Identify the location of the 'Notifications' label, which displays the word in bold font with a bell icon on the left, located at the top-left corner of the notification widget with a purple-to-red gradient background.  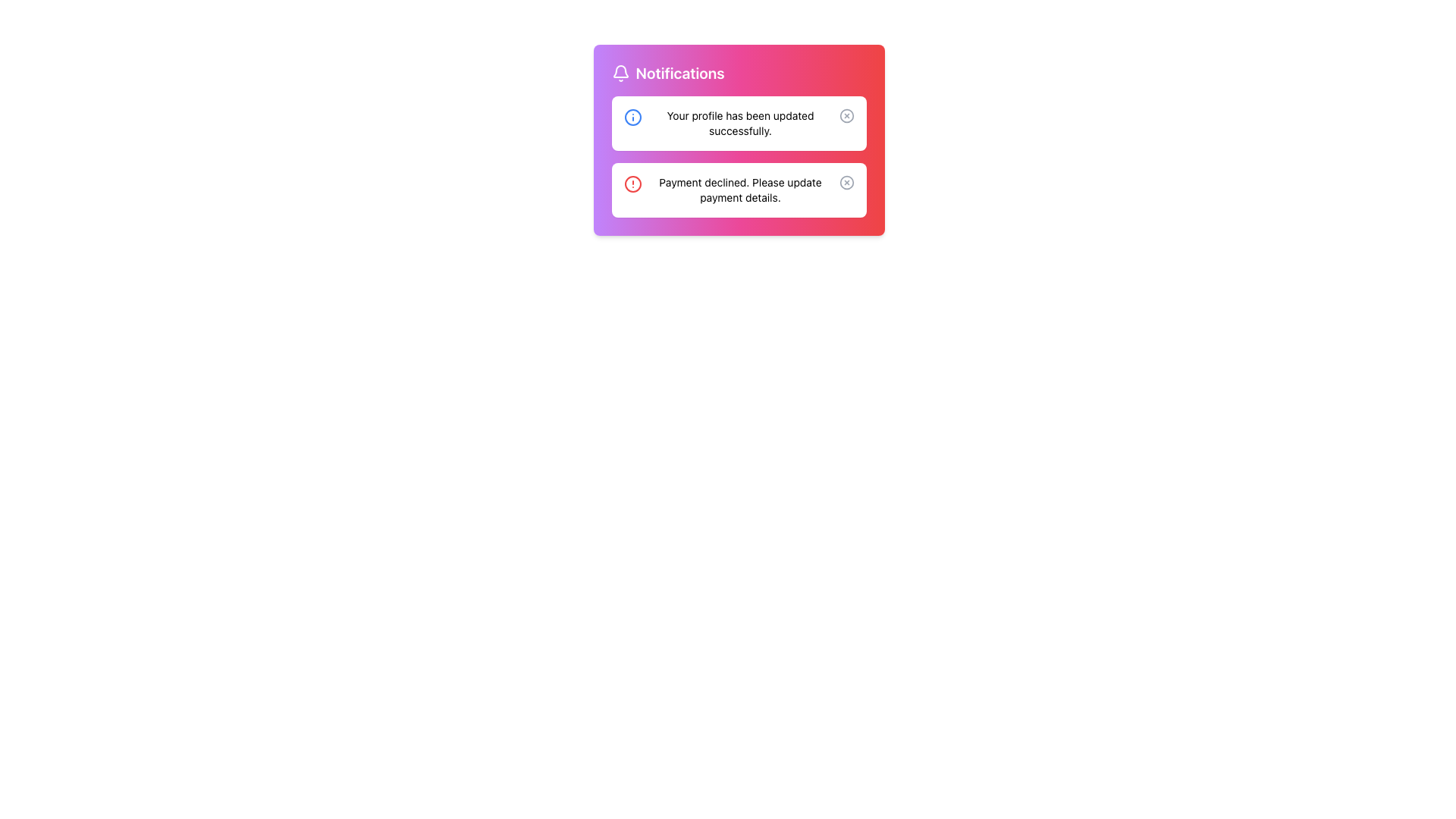
(739, 73).